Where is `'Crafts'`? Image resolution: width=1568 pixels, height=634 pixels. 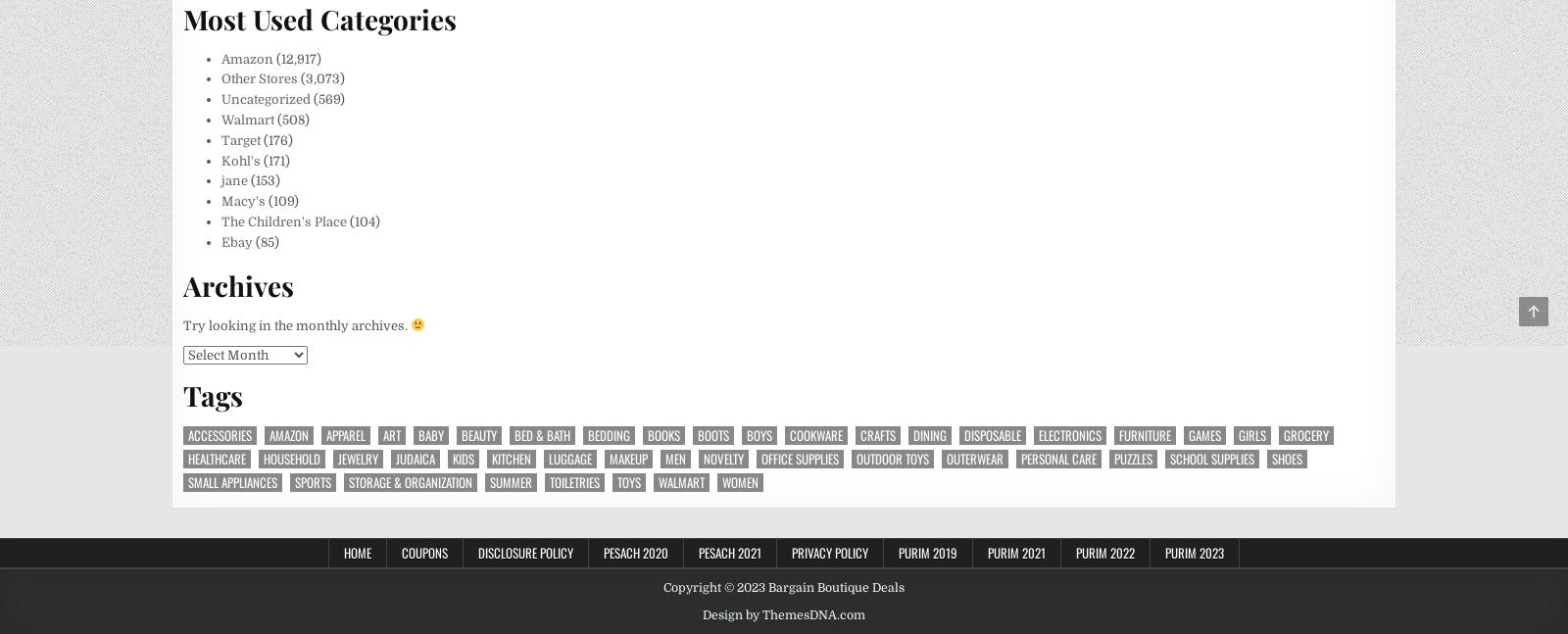
'Crafts' is located at coordinates (877, 433).